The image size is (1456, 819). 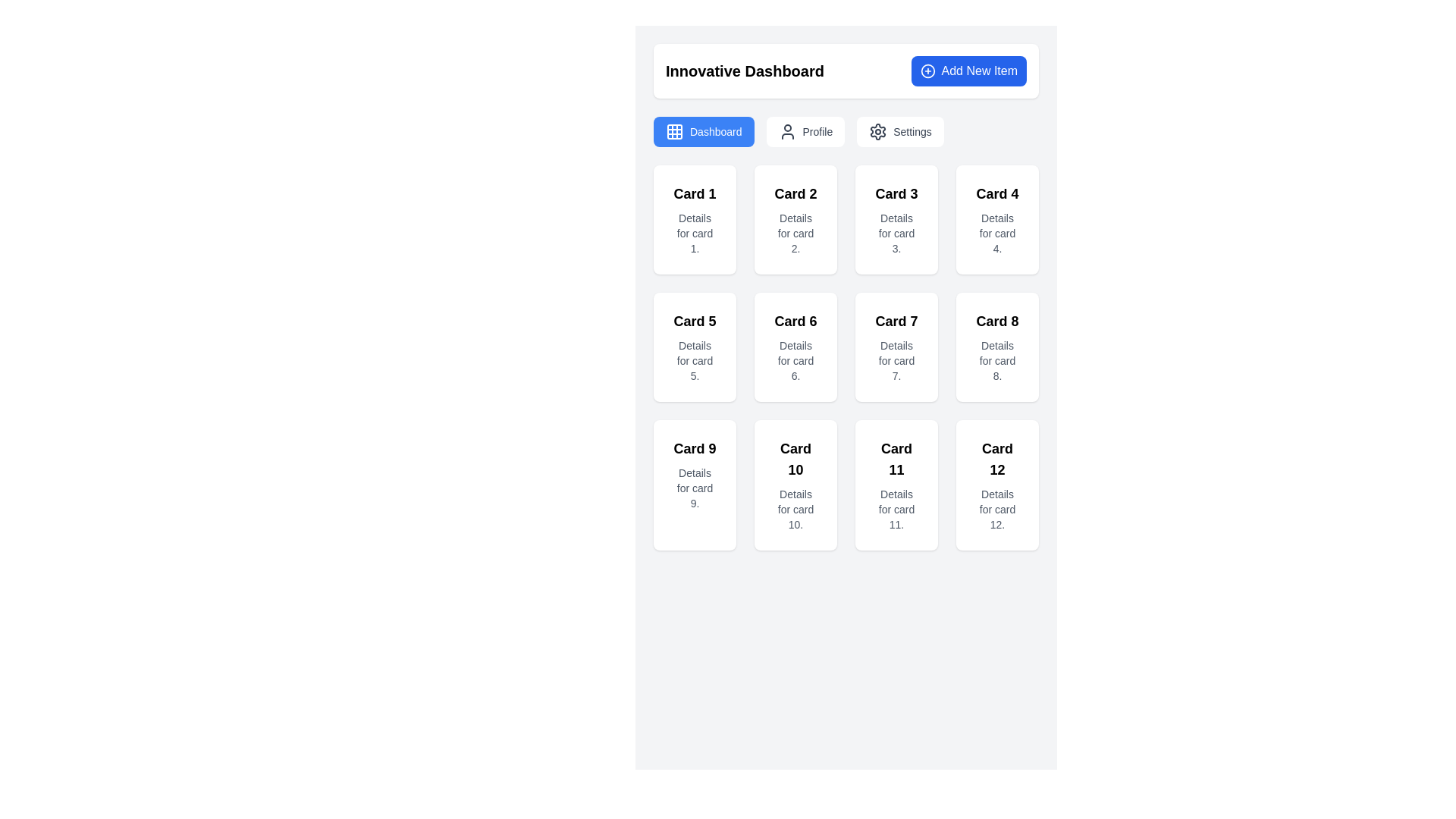 What do you see at coordinates (896, 347) in the screenshot?
I see `the visual and informational unit identified as 'Card 7' located in the second row and third column of the grid layout` at bounding box center [896, 347].